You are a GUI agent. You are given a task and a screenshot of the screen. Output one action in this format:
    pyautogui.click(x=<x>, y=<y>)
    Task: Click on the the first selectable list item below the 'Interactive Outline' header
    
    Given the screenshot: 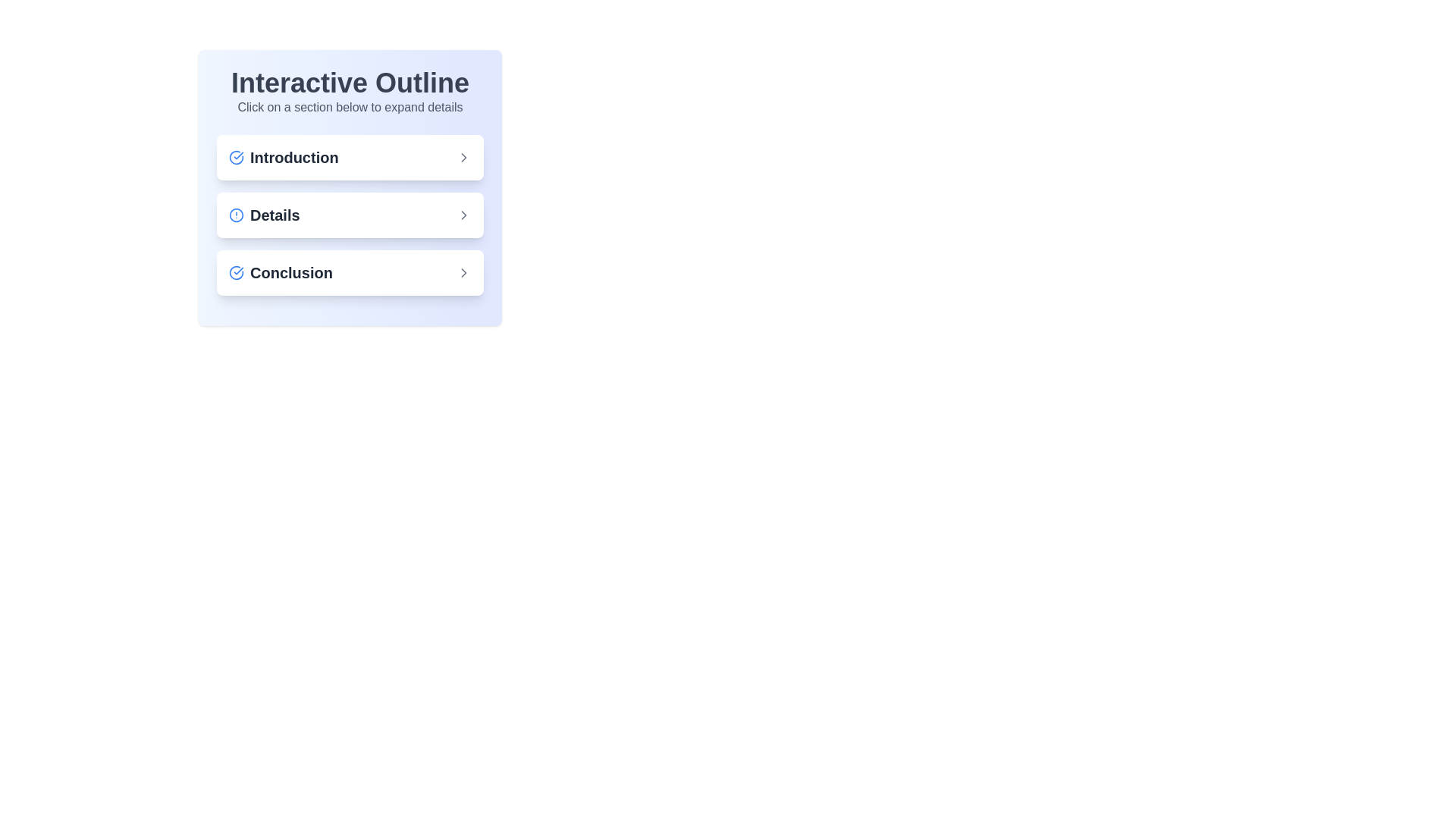 What is the action you would take?
    pyautogui.click(x=284, y=158)
    